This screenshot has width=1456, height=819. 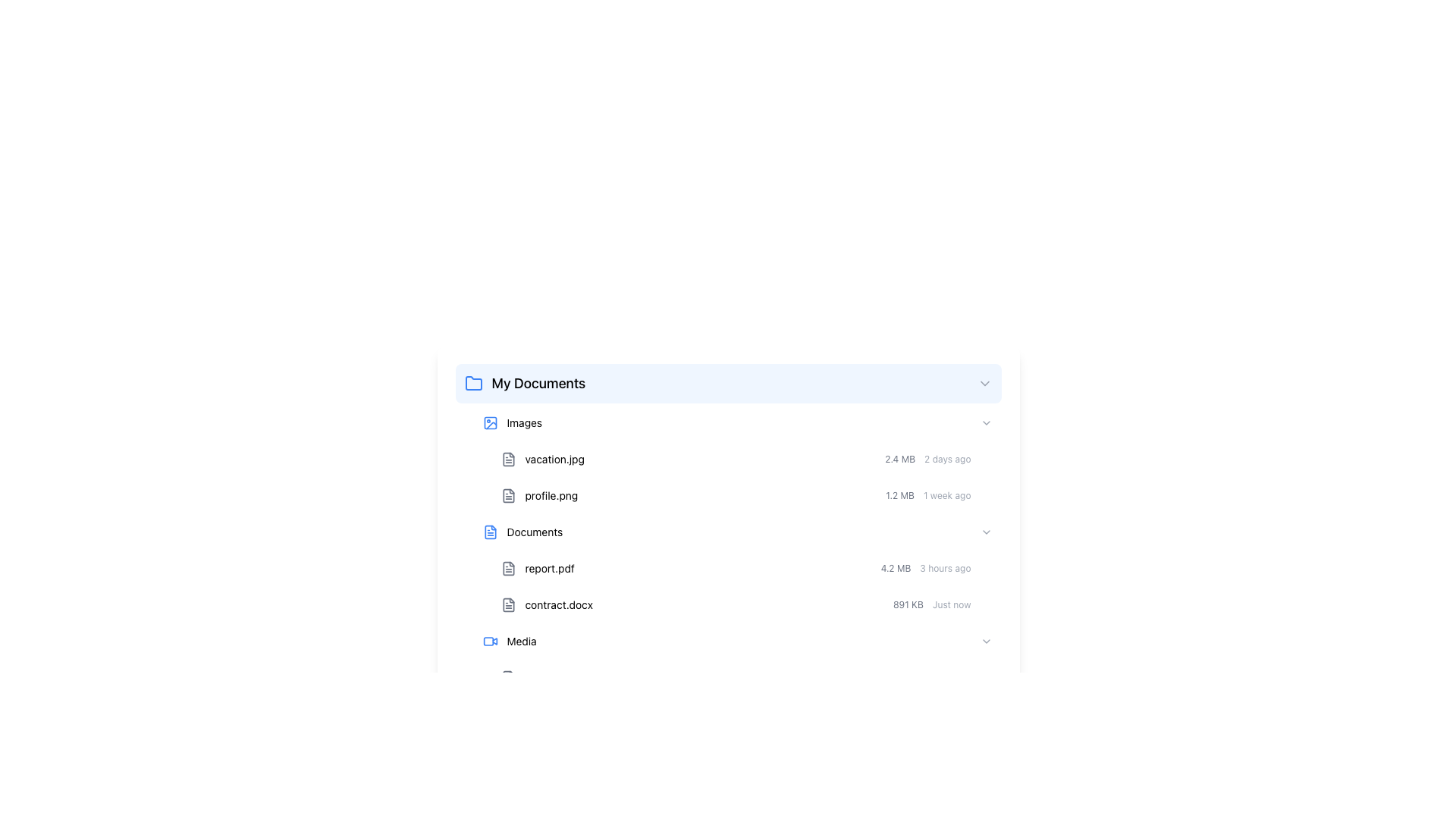 What do you see at coordinates (490, 423) in the screenshot?
I see `the decorative visual component that enhances the folder icon representation, located to the left of the text label 'Images'` at bounding box center [490, 423].